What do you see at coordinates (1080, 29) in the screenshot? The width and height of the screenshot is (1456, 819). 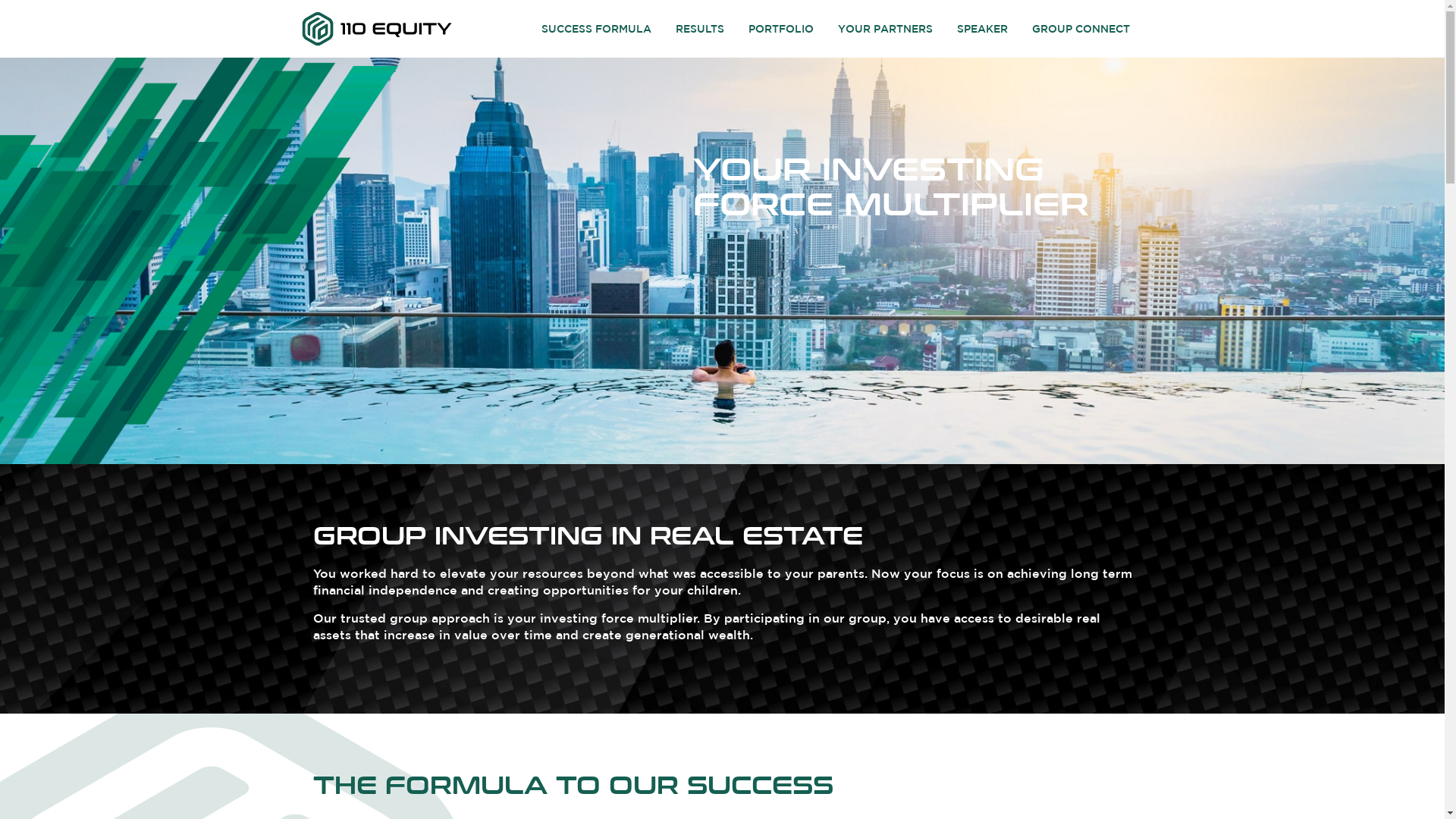 I see `'GROUP CONNECT'` at bounding box center [1080, 29].